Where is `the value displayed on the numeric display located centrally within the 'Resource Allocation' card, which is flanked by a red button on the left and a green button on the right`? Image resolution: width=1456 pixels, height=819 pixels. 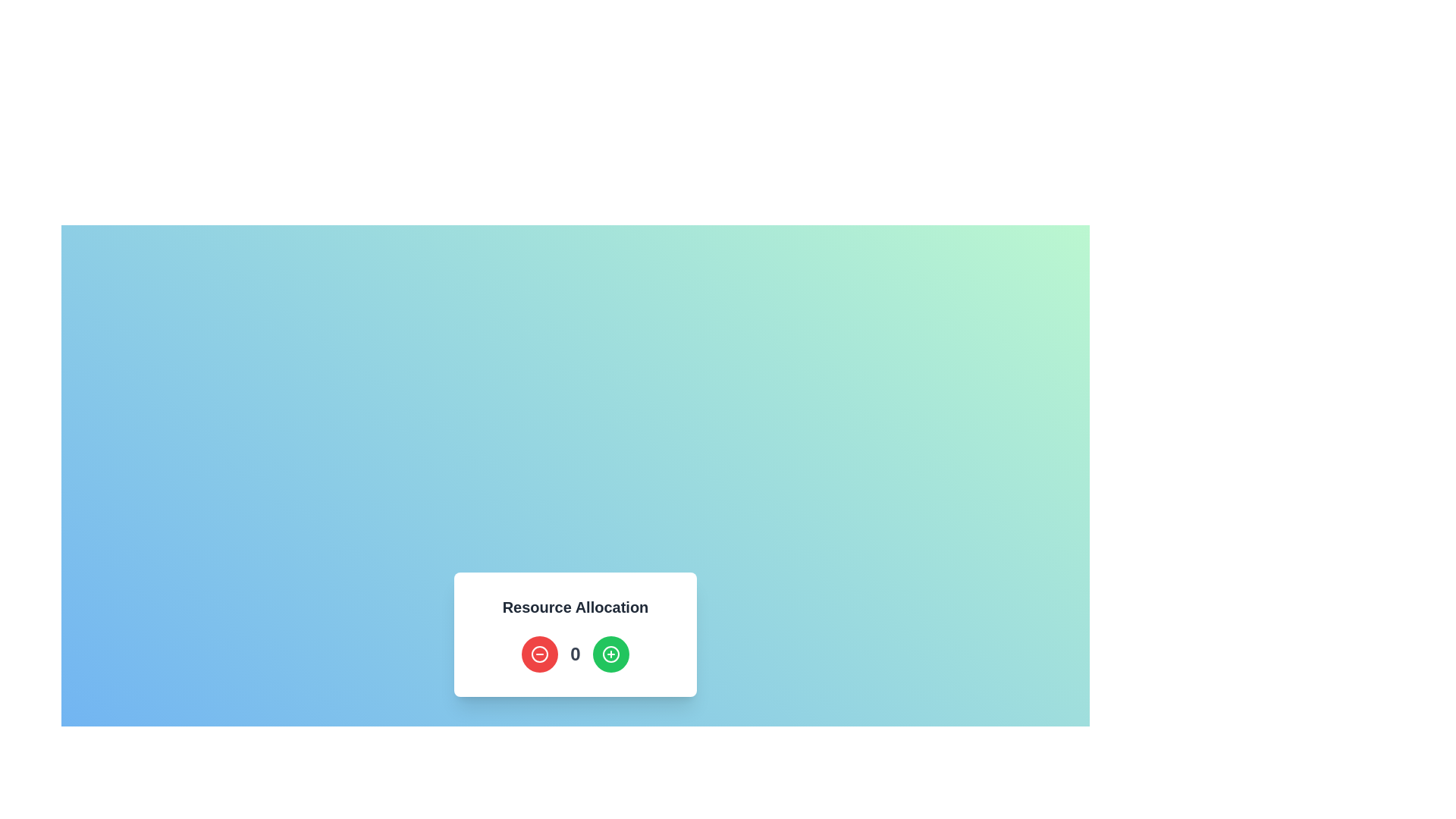
the value displayed on the numeric display located centrally within the 'Resource Allocation' card, which is flanked by a red button on the left and a green button on the right is located at coordinates (574, 654).